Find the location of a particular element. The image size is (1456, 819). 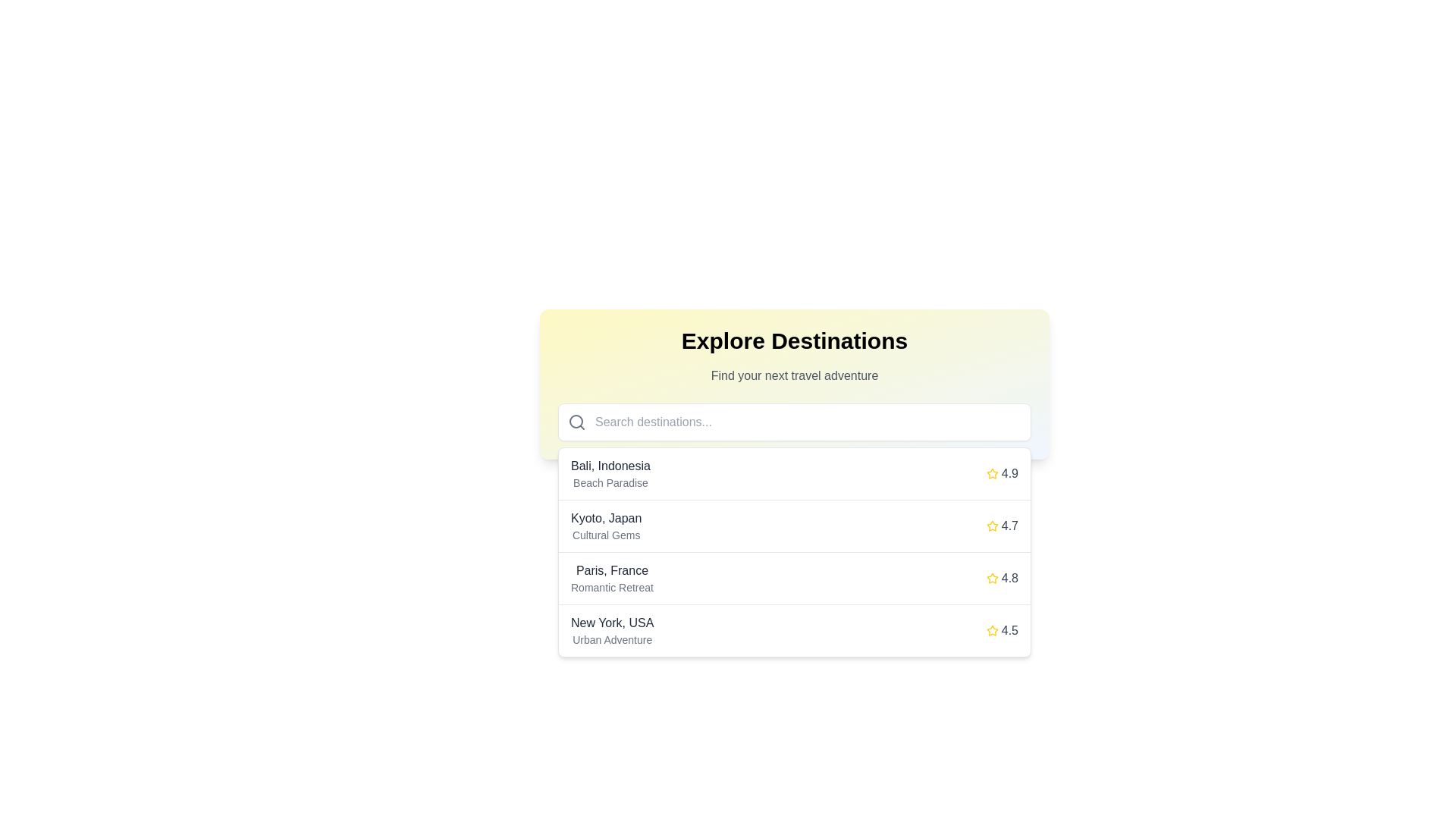

the star icon that visually represents a rating of '4.7' located in the top-right section of the interface, next to 'Kyoto, Japan' is located at coordinates (992, 526).